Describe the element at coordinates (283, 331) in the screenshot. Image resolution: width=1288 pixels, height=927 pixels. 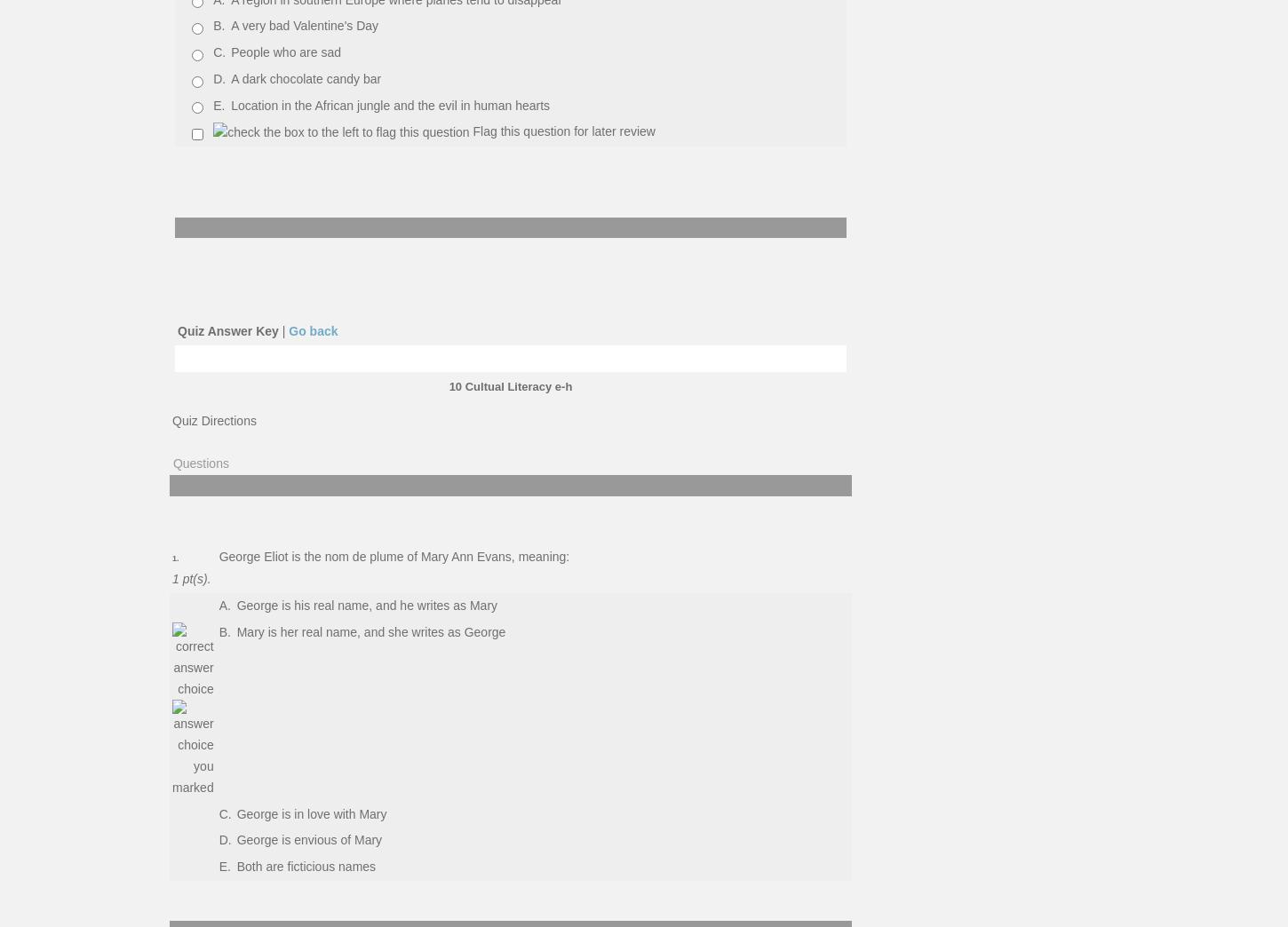
I see `'|'` at that location.